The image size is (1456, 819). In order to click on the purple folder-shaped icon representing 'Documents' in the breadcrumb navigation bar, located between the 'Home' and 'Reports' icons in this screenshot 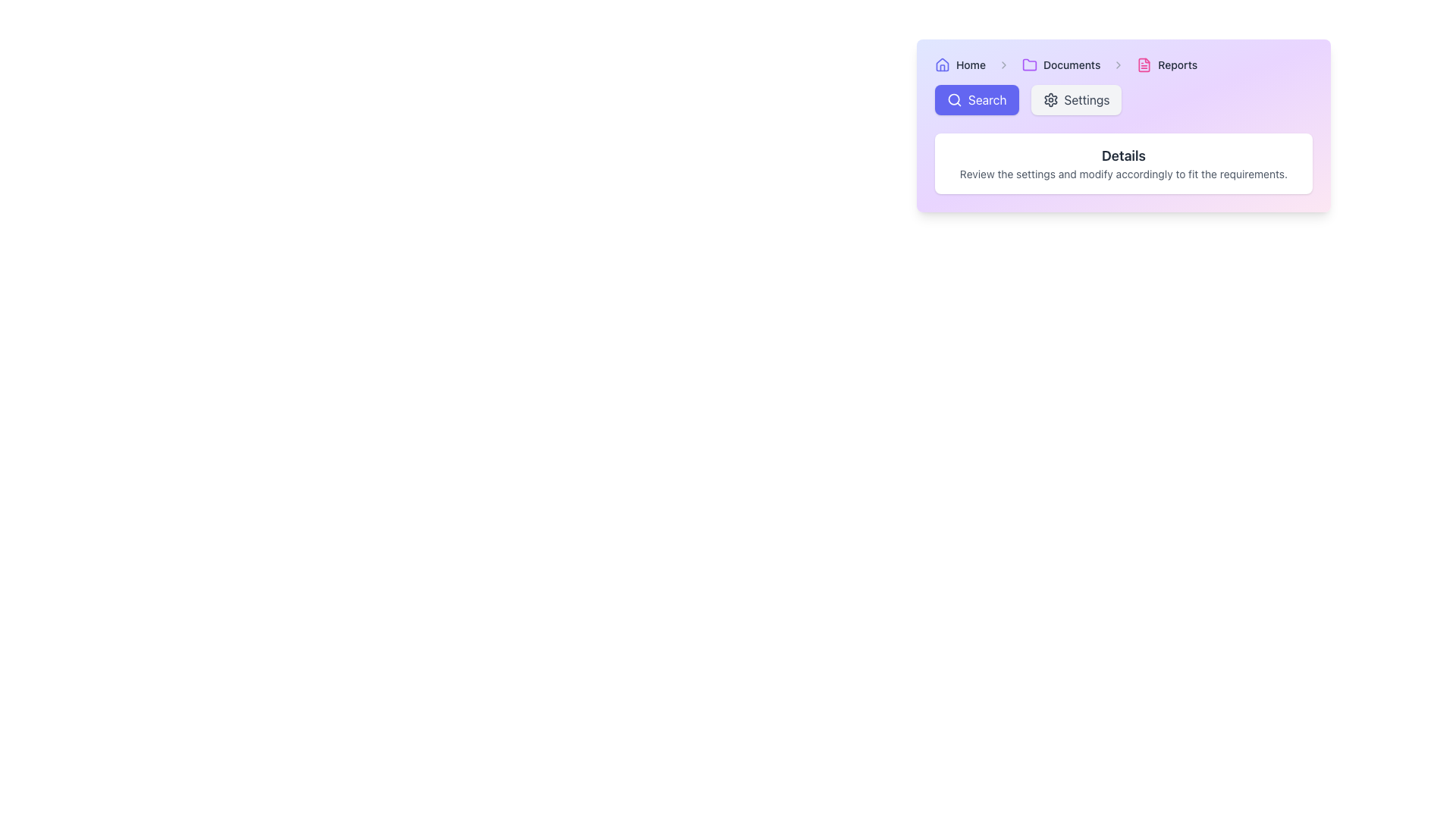, I will do `click(1030, 63)`.